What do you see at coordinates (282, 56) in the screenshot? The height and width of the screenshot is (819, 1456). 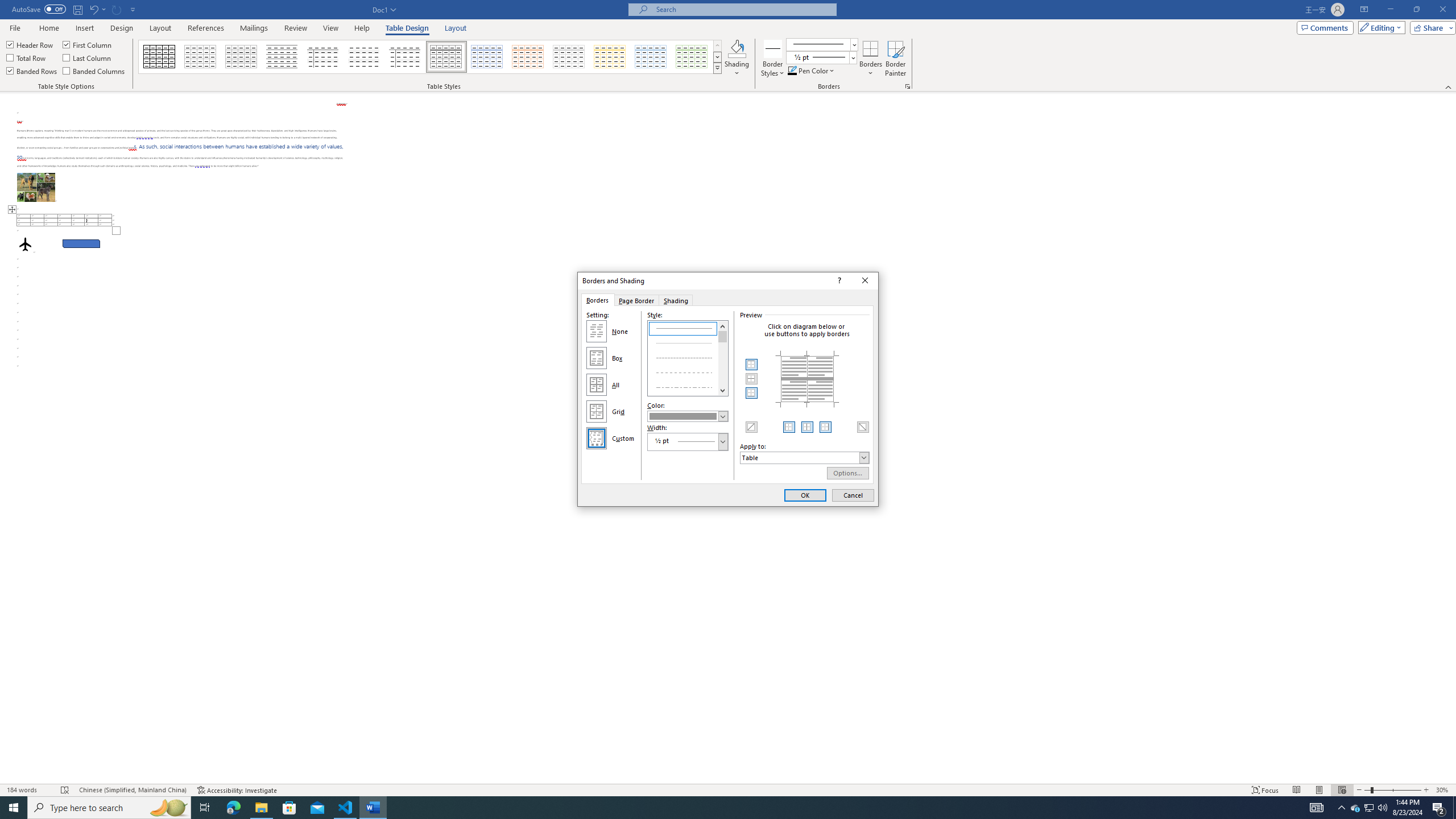 I see `'Plain Table 2'` at bounding box center [282, 56].